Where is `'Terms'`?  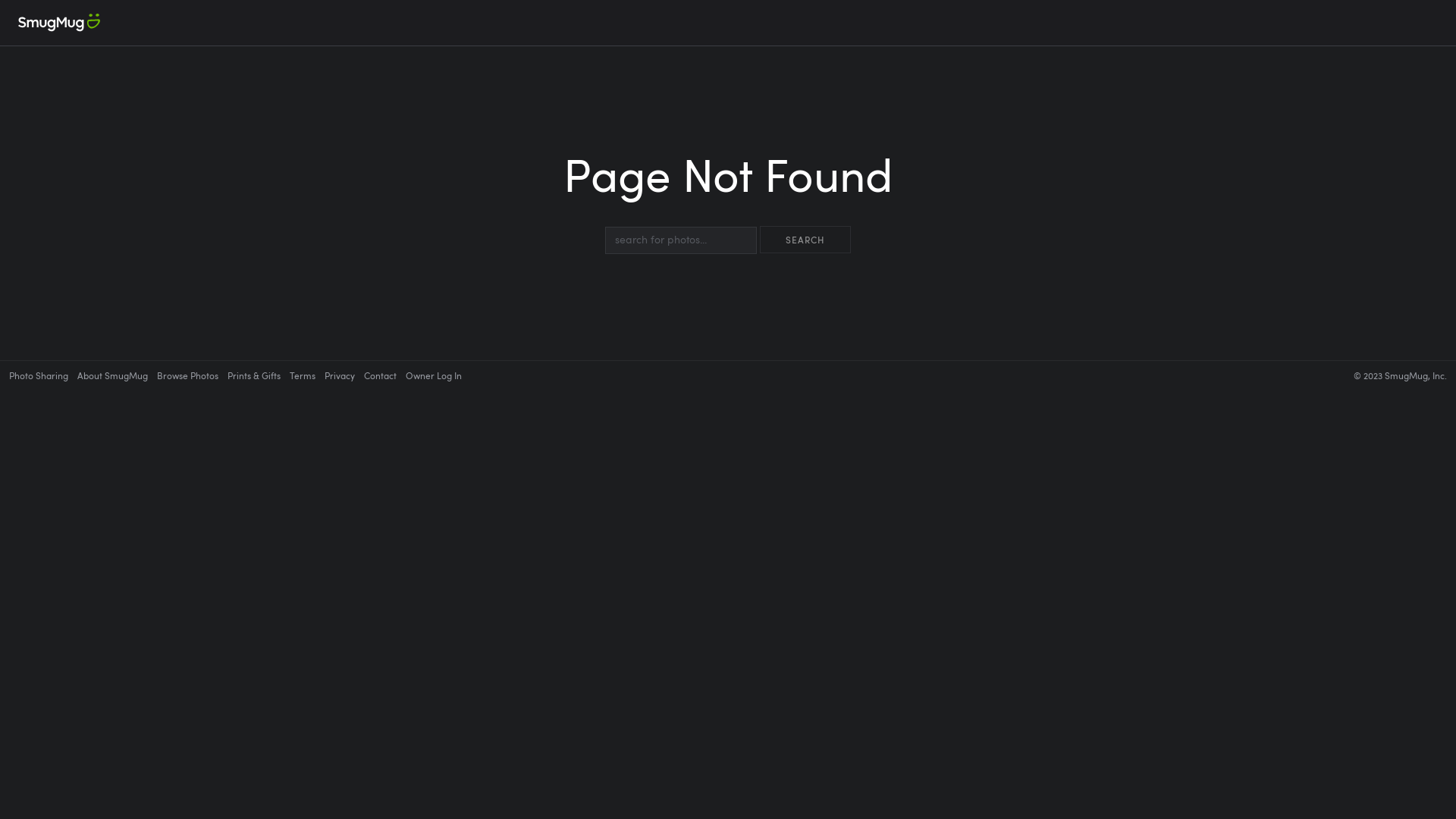 'Terms' is located at coordinates (302, 375).